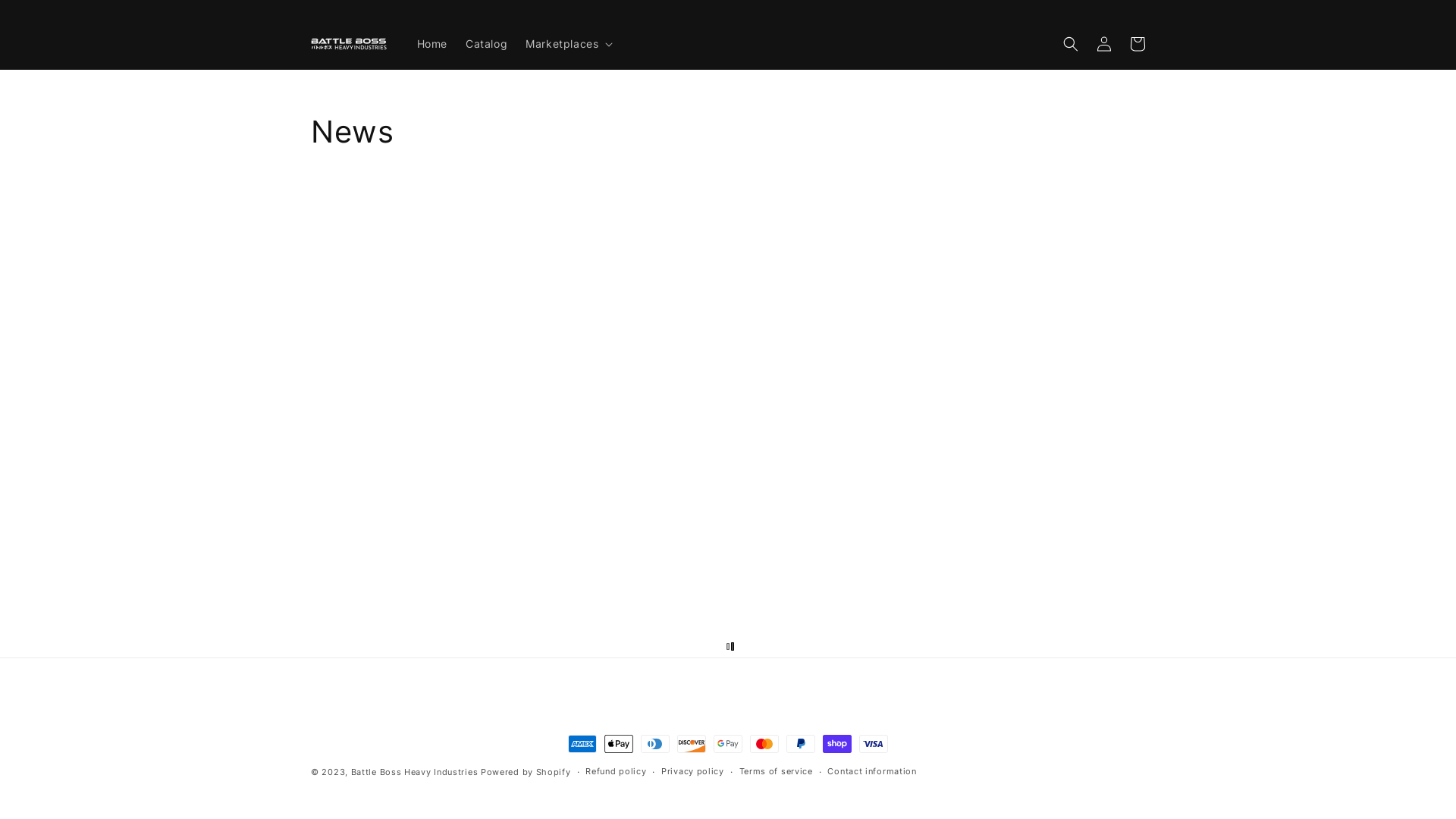 The image size is (1456, 819). I want to click on 'Battle Boss Heavy Industries', so click(350, 772).